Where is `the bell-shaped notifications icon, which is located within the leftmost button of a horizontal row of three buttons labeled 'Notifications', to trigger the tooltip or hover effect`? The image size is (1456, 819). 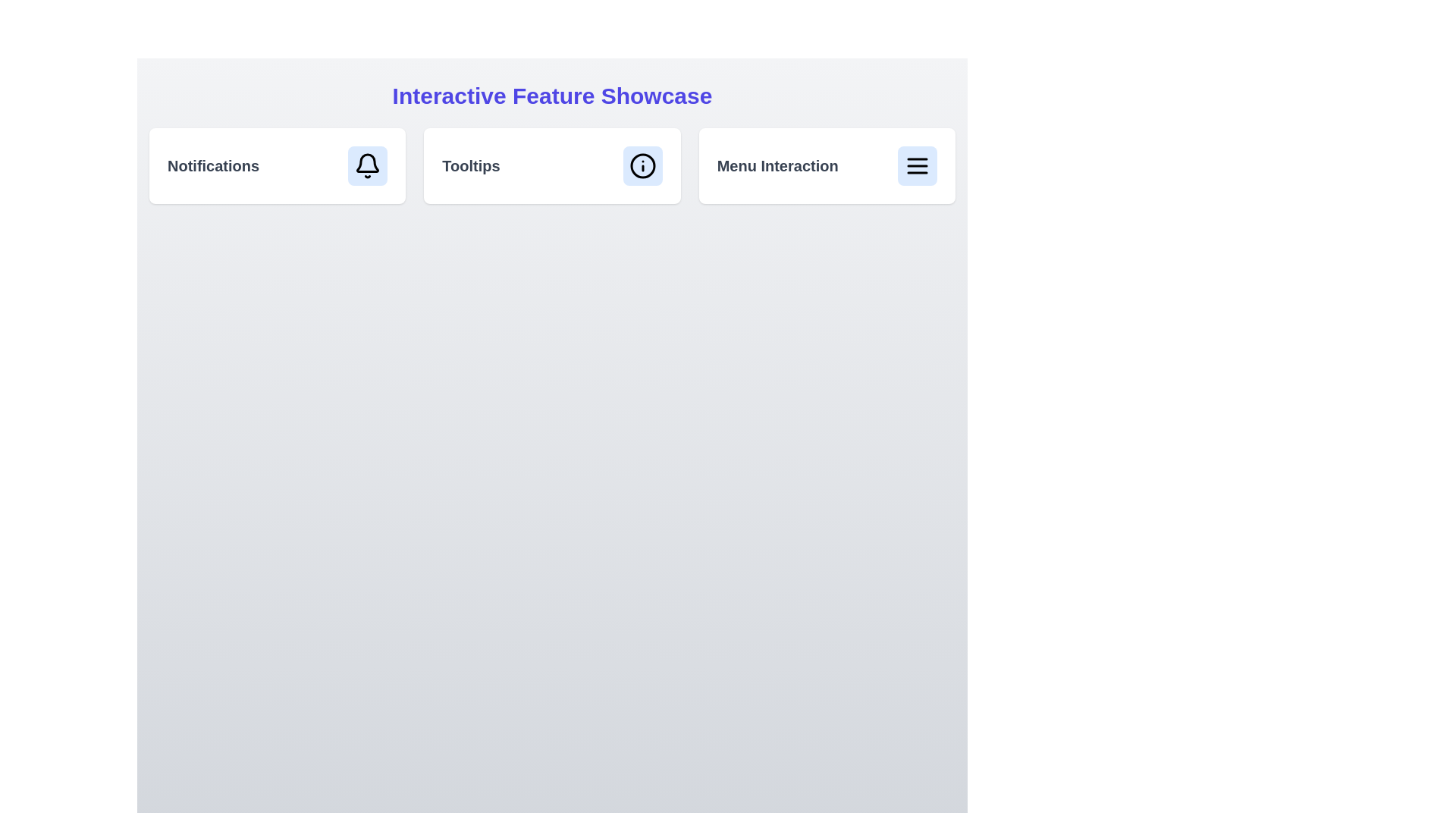 the bell-shaped notifications icon, which is located within the leftmost button of a horizontal row of three buttons labeled 'Notifications', to trigger the tooltip or hover effect is located at coordinates (368, 163).